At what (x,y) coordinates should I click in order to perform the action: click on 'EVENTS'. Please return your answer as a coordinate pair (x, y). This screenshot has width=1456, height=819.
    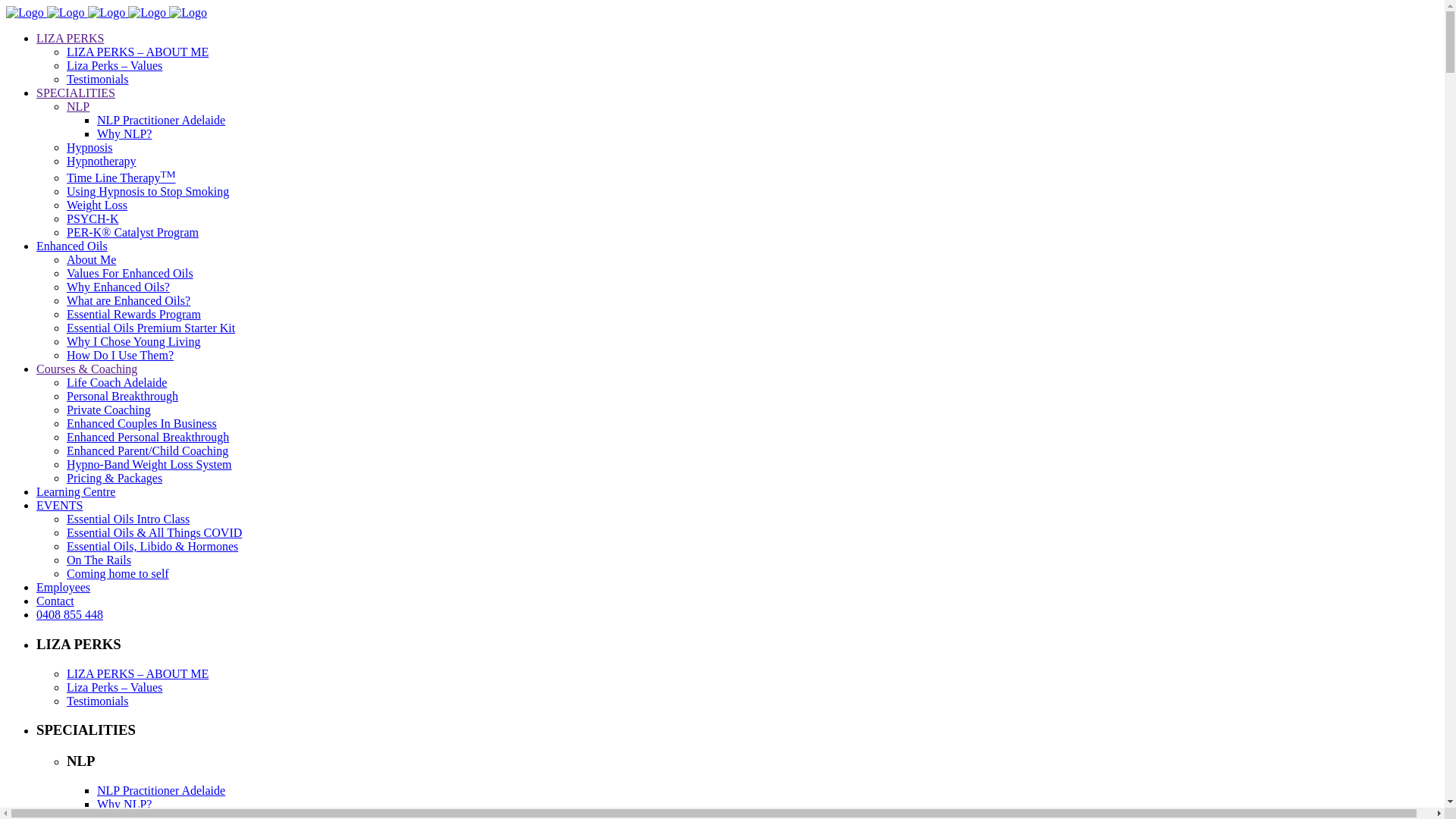
    Looking at the image, I should click on (59, 505).